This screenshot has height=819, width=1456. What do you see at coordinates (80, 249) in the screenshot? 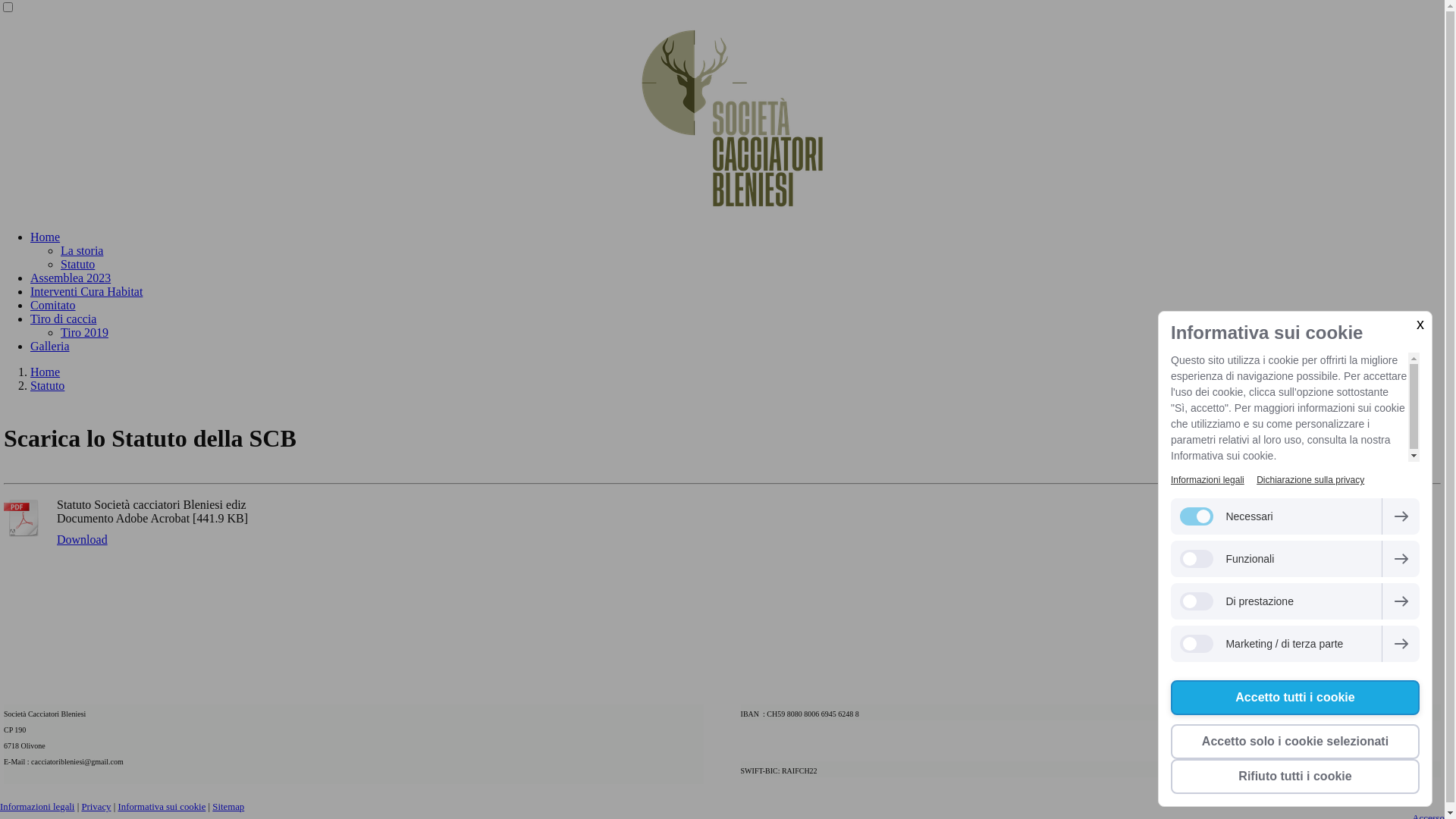
I see `'La storia'` at bounding box center [80, 249].